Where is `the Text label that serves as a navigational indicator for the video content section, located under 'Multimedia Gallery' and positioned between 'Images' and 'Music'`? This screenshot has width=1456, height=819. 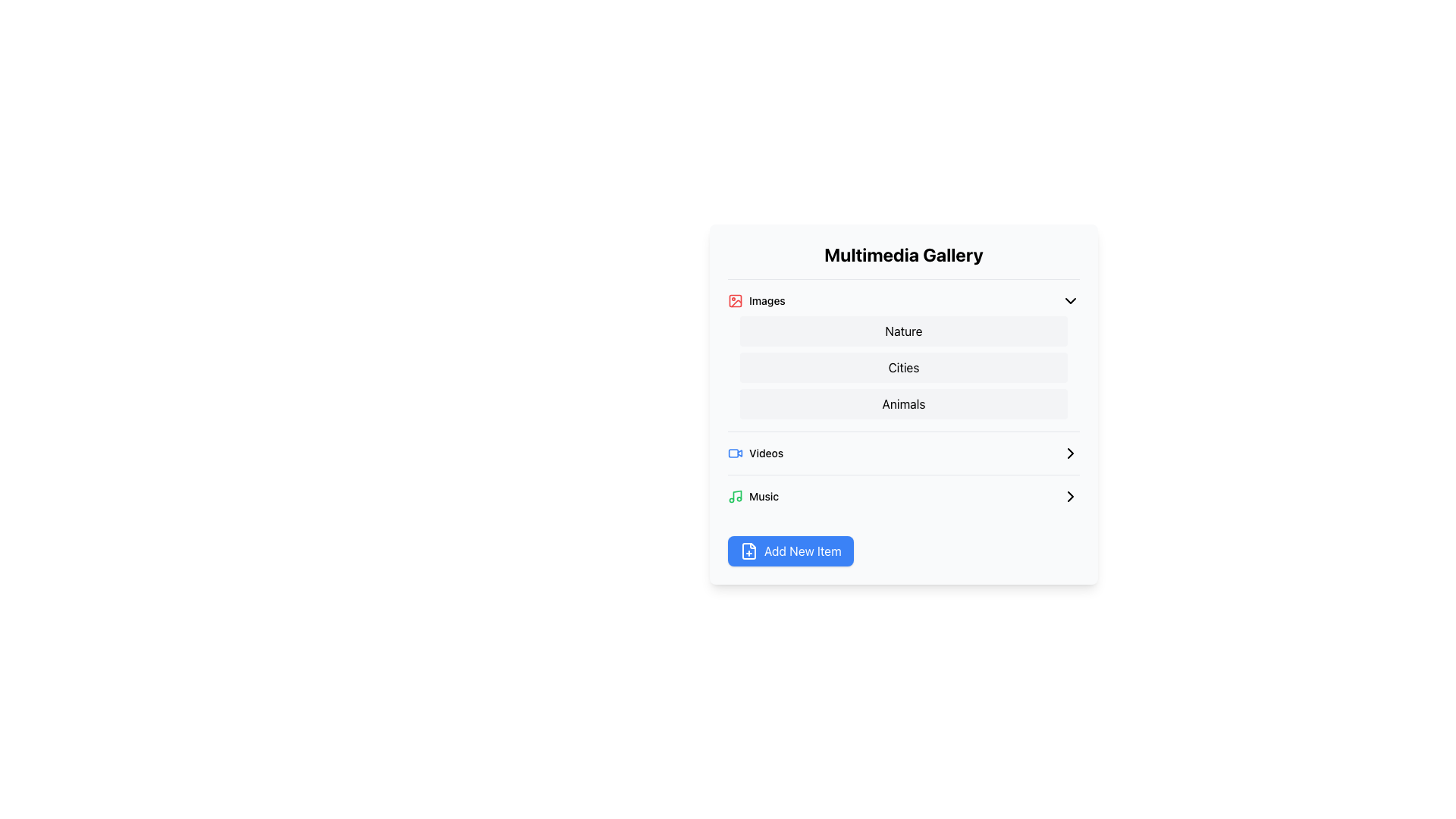
the Text label that serves as a navigational indicator for the video content section, located under 'Multimedia Gallery' and positioned between 'Images' and 'Music' is located at coordinates (766, 452).